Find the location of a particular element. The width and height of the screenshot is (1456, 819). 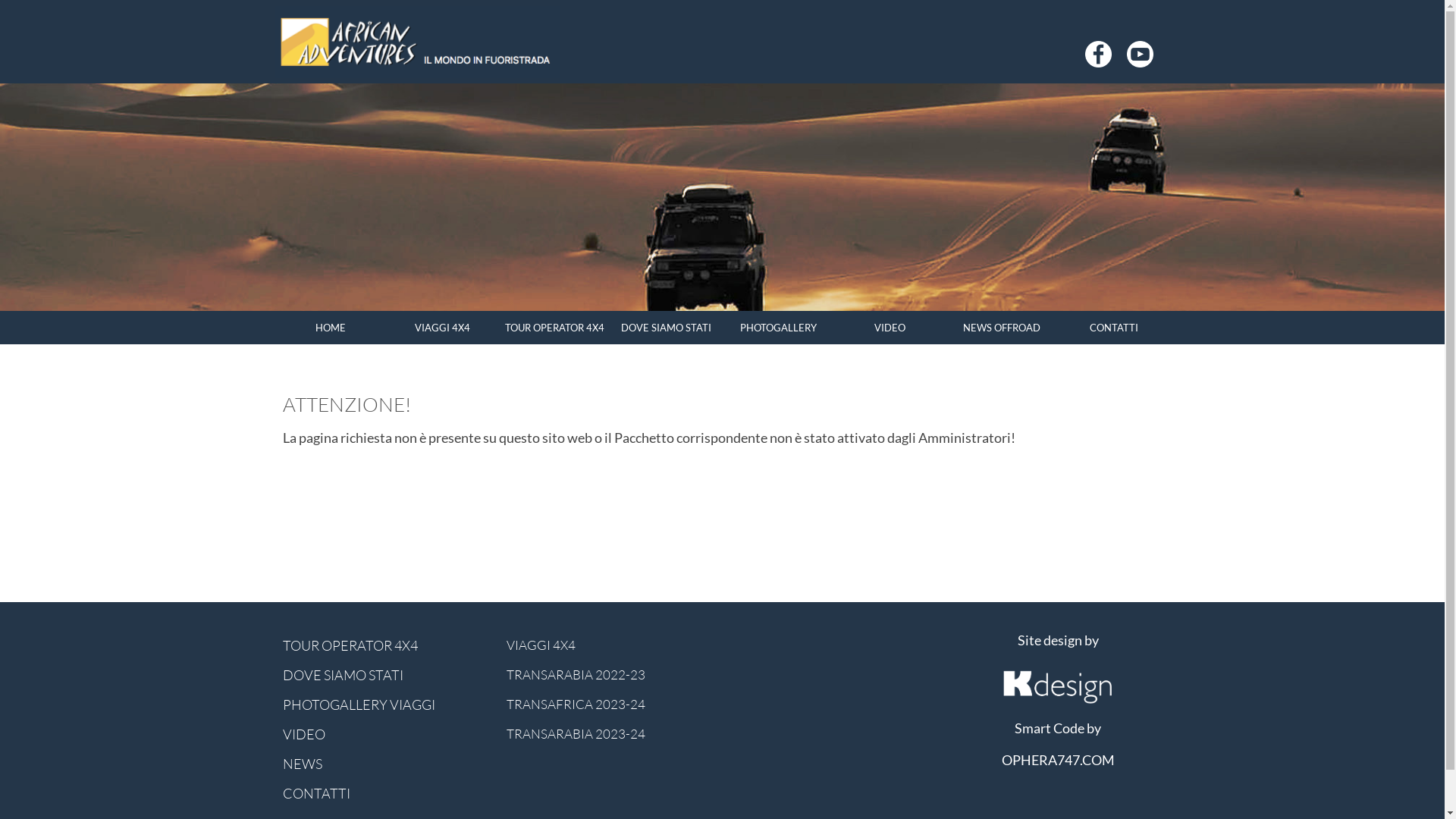

'VIAGGI 4X4' is located at coordinates (442, 327).